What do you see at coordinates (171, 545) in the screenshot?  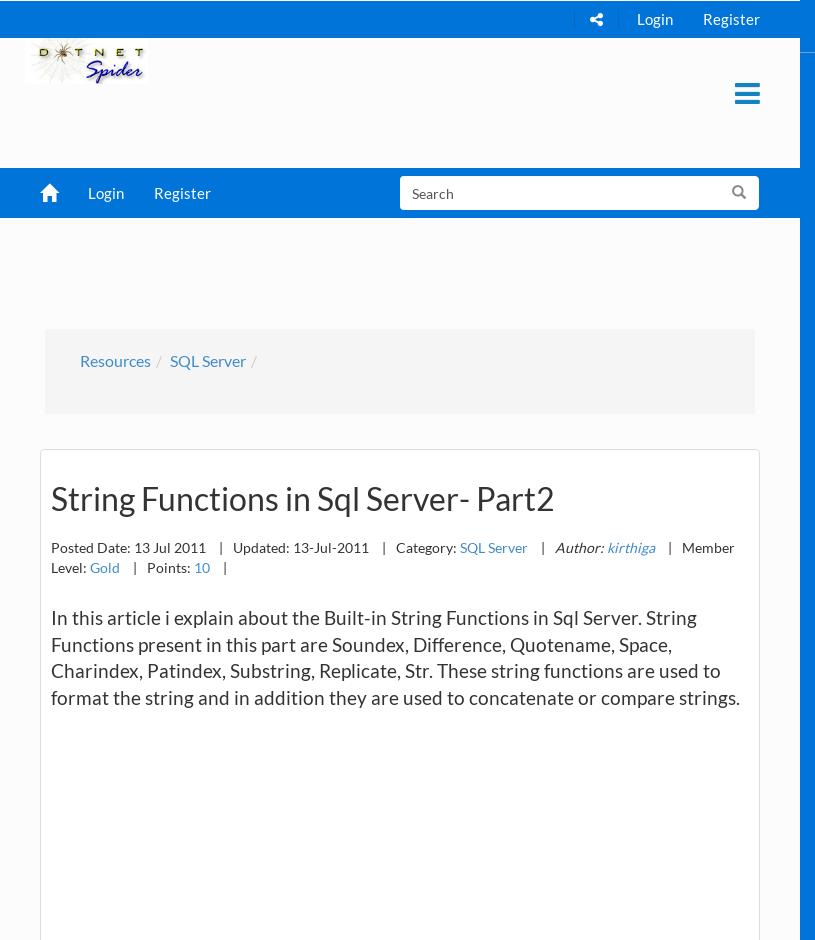 I see `'13 Jul 2011'` at bounding box center [171, 545].